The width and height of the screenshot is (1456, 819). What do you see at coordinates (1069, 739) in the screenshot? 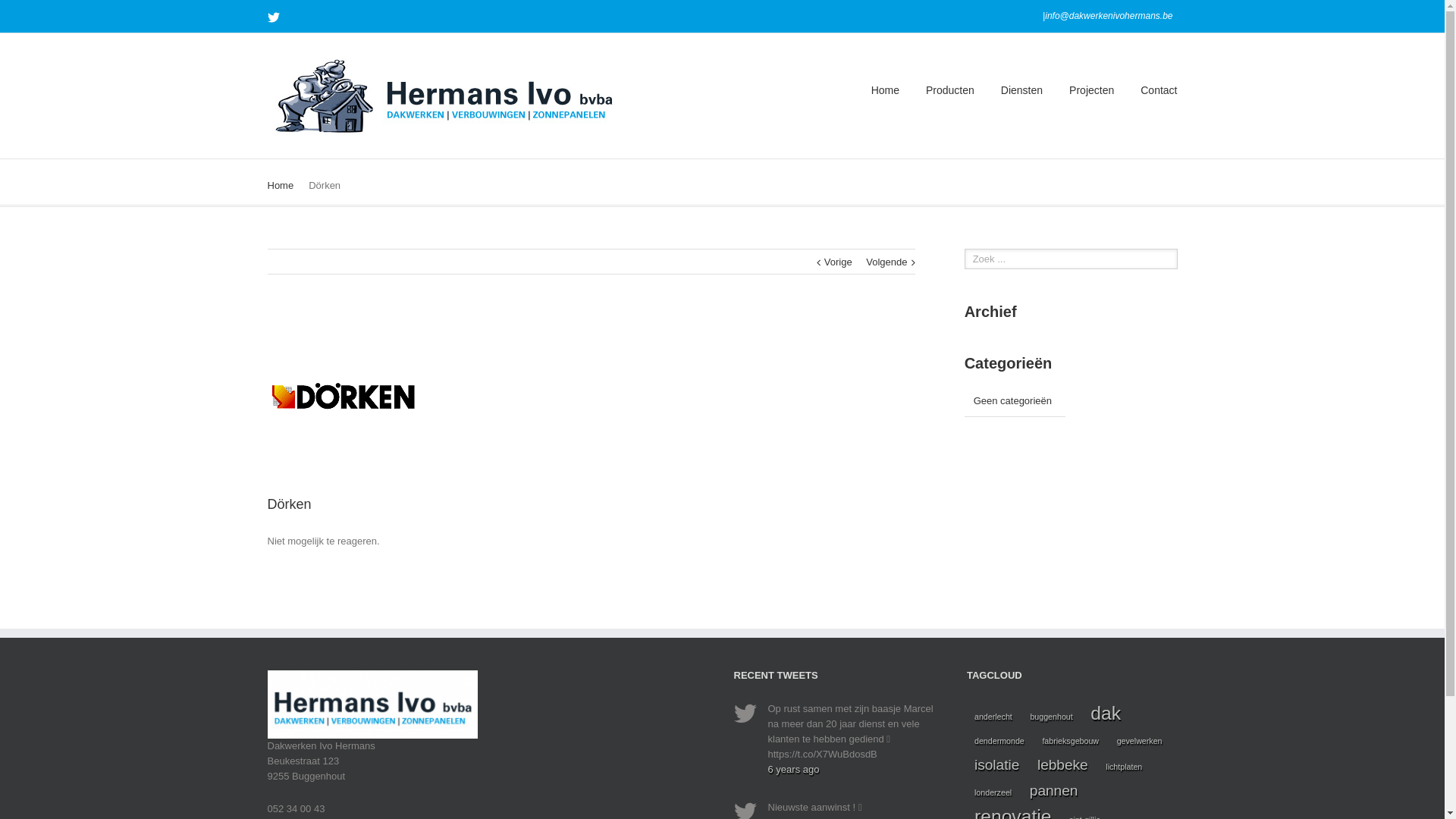
I see `'fabrieksgebouw'` at bounding box center [1069, 739].